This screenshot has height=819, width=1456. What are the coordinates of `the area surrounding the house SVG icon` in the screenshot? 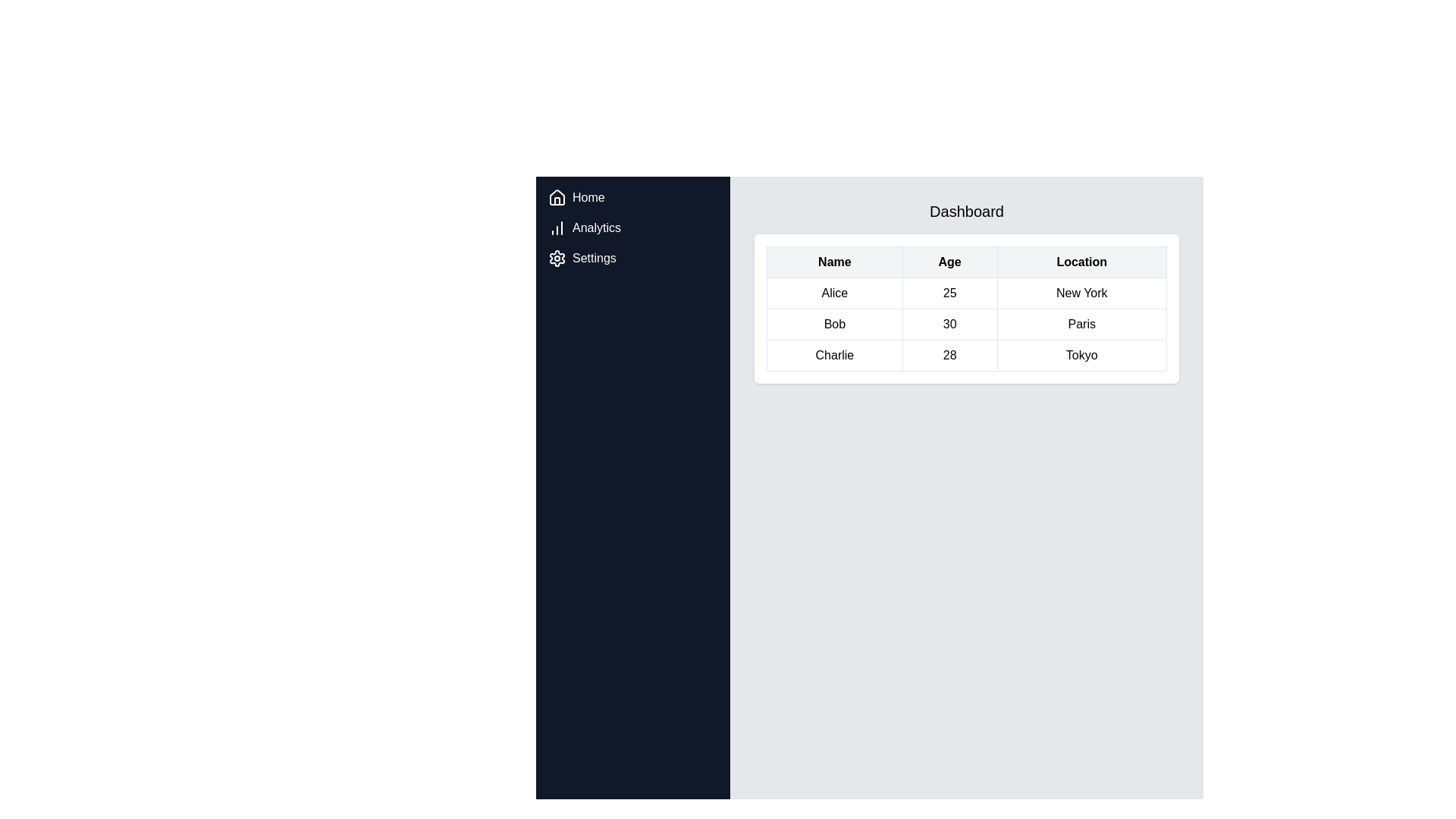 It's located at (556, 197).